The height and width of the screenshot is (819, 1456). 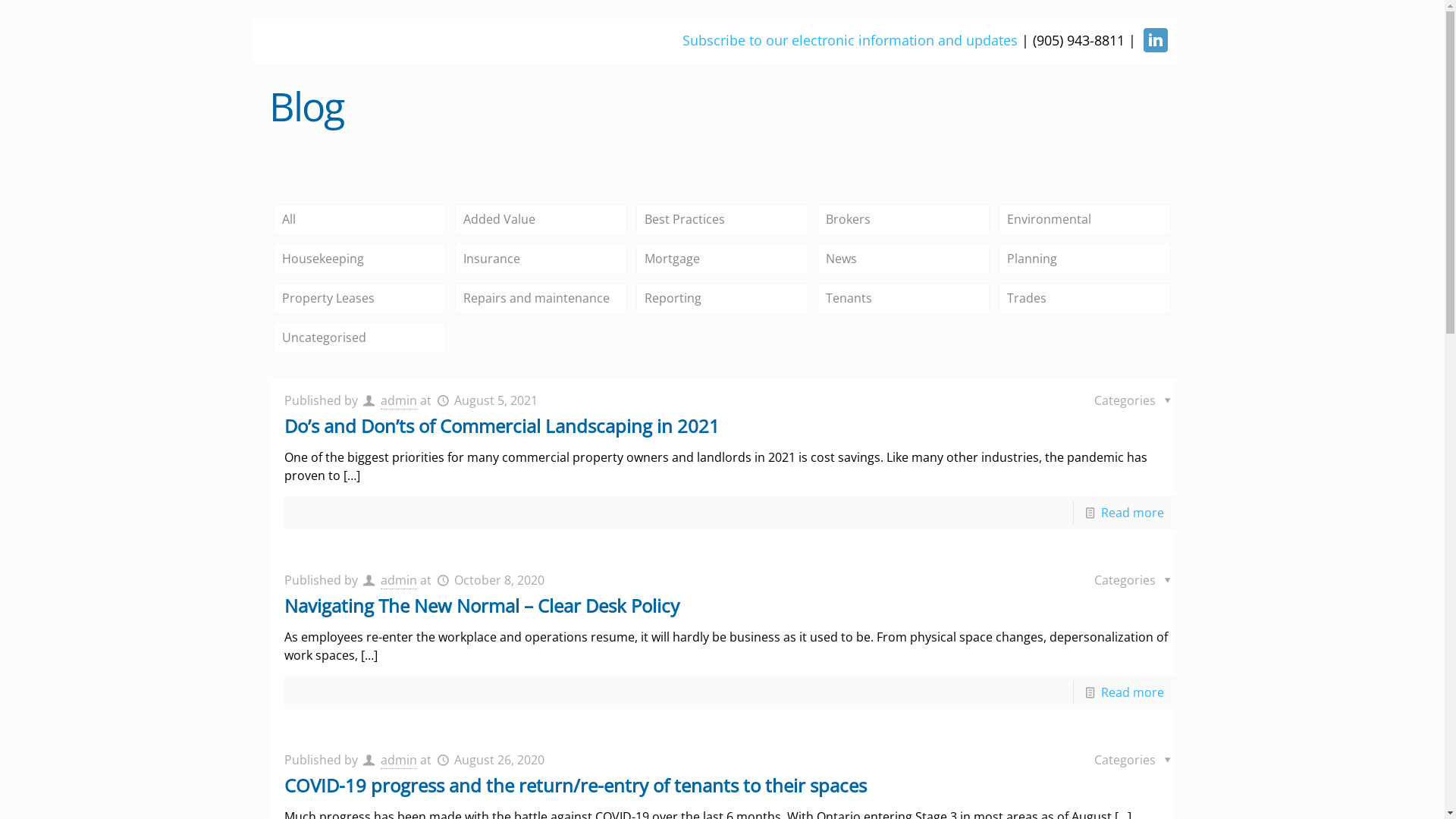 What do you see at coordinates (1100, 692) in the screenshot?
I see `'Read more'` at bounding box center [1100, 692].